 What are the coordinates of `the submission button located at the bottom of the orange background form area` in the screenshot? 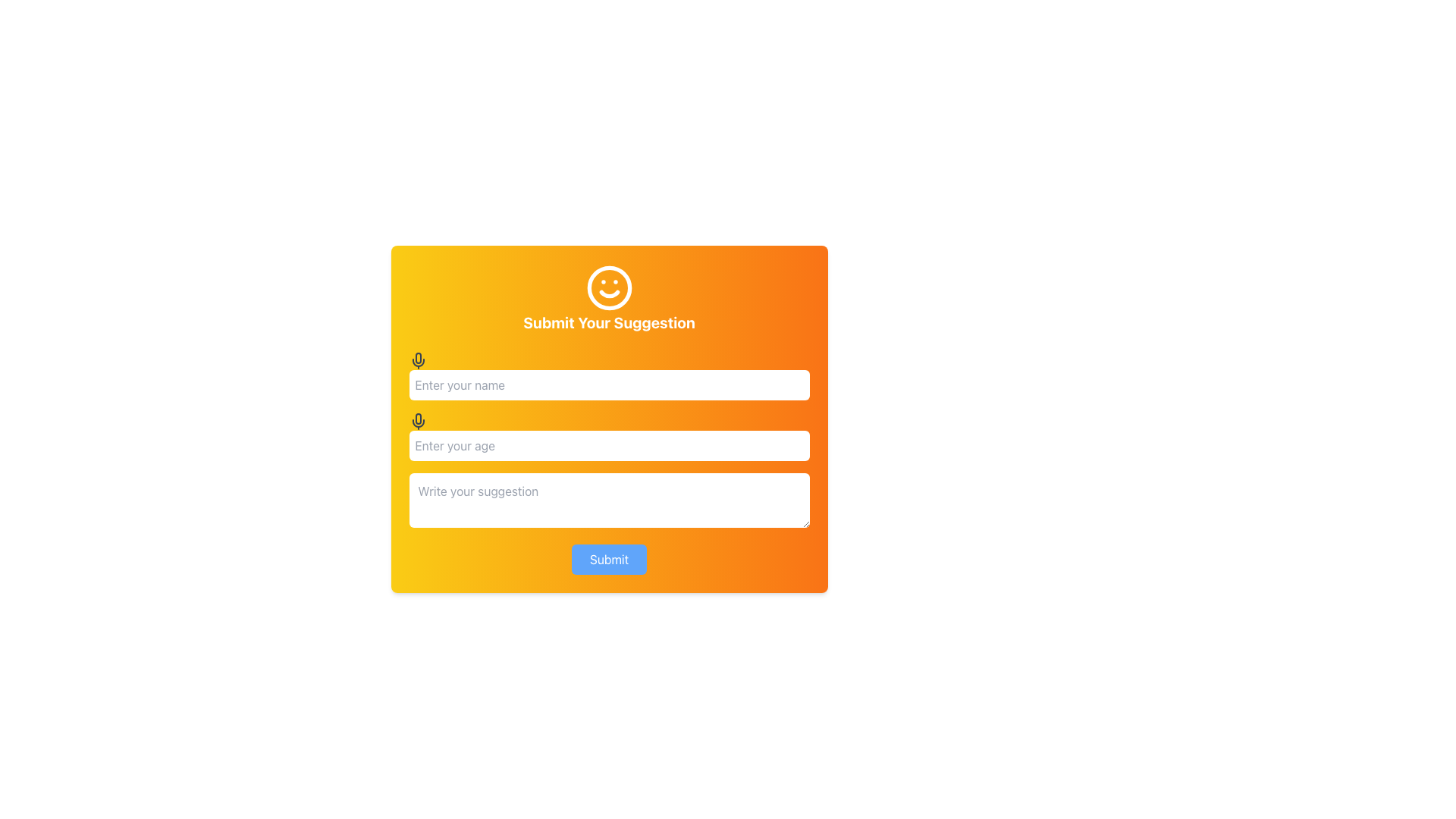 It's located at (609, 559).